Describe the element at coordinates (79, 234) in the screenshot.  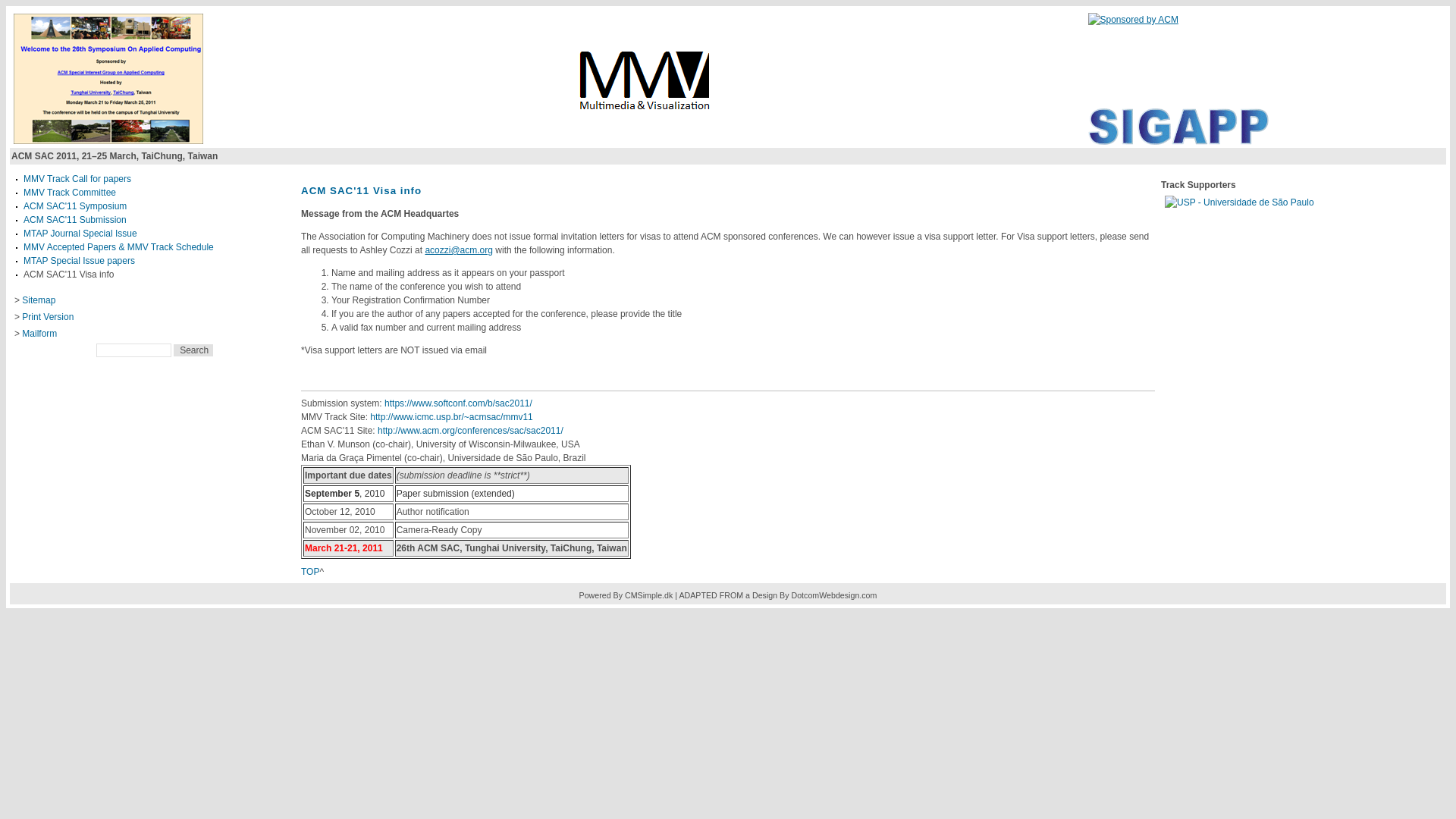
I see `'MTAP Journal Special Issue'` at that location.